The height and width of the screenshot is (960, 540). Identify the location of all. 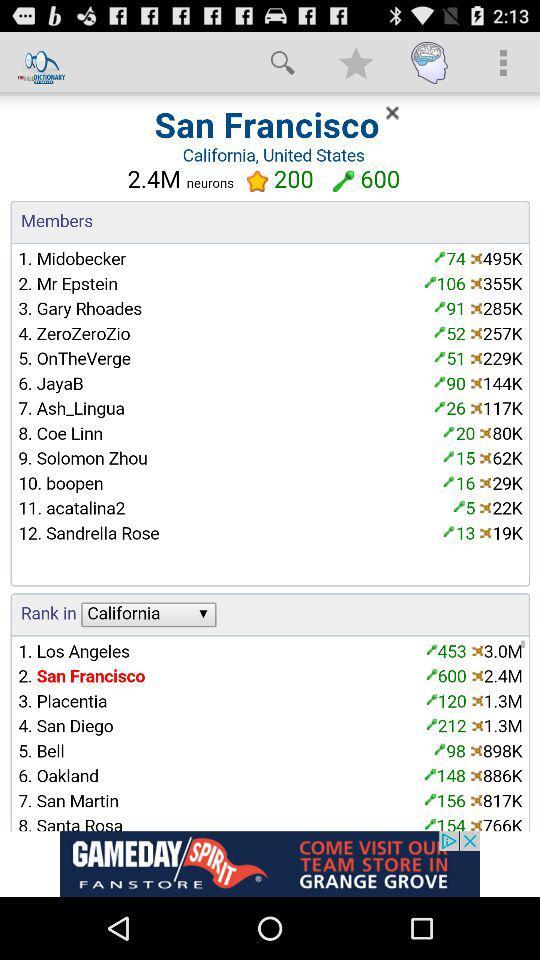
(270, 462).